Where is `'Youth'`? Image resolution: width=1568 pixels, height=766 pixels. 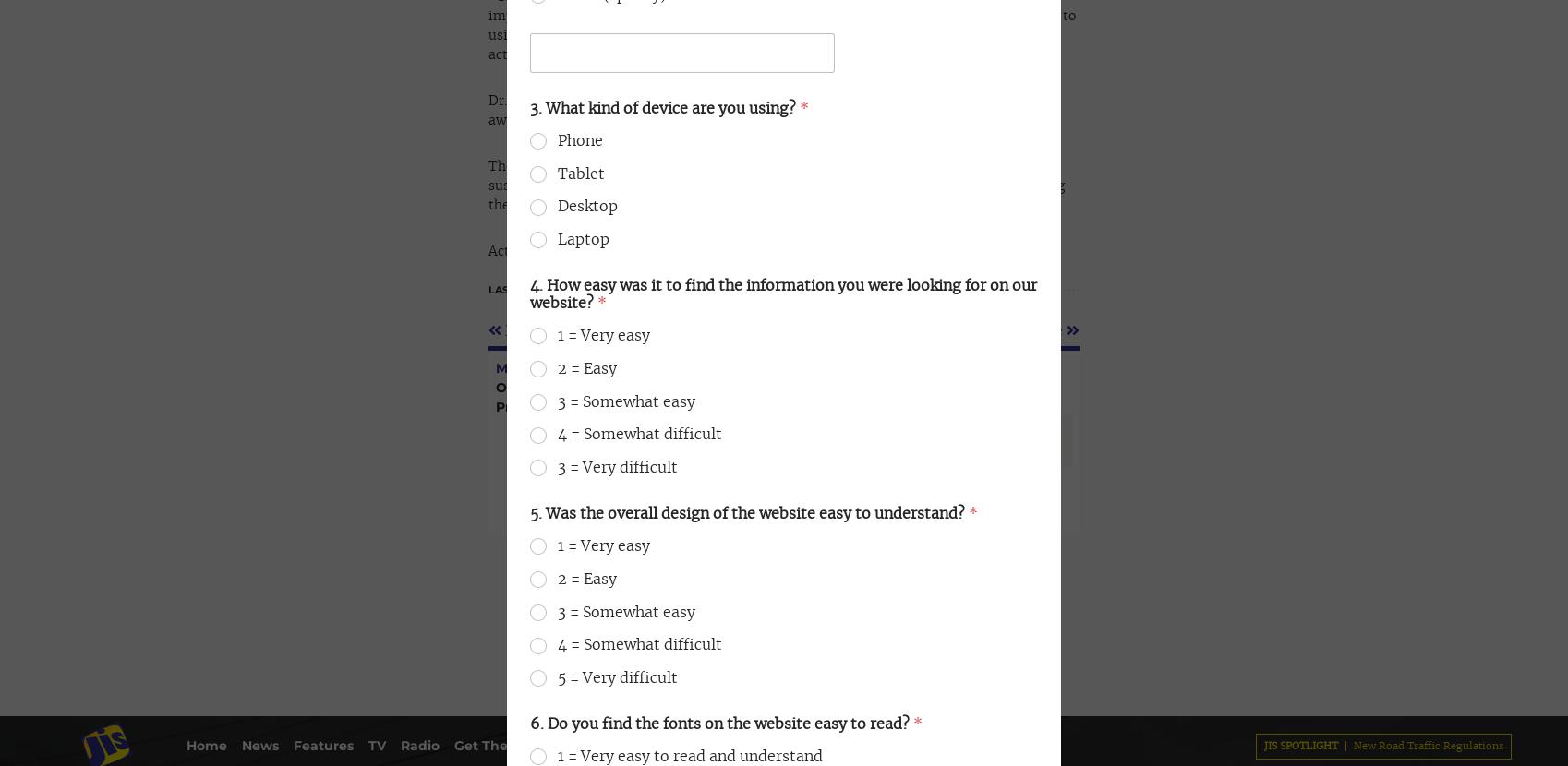
'Youth' is located at coordinates (55, 188).